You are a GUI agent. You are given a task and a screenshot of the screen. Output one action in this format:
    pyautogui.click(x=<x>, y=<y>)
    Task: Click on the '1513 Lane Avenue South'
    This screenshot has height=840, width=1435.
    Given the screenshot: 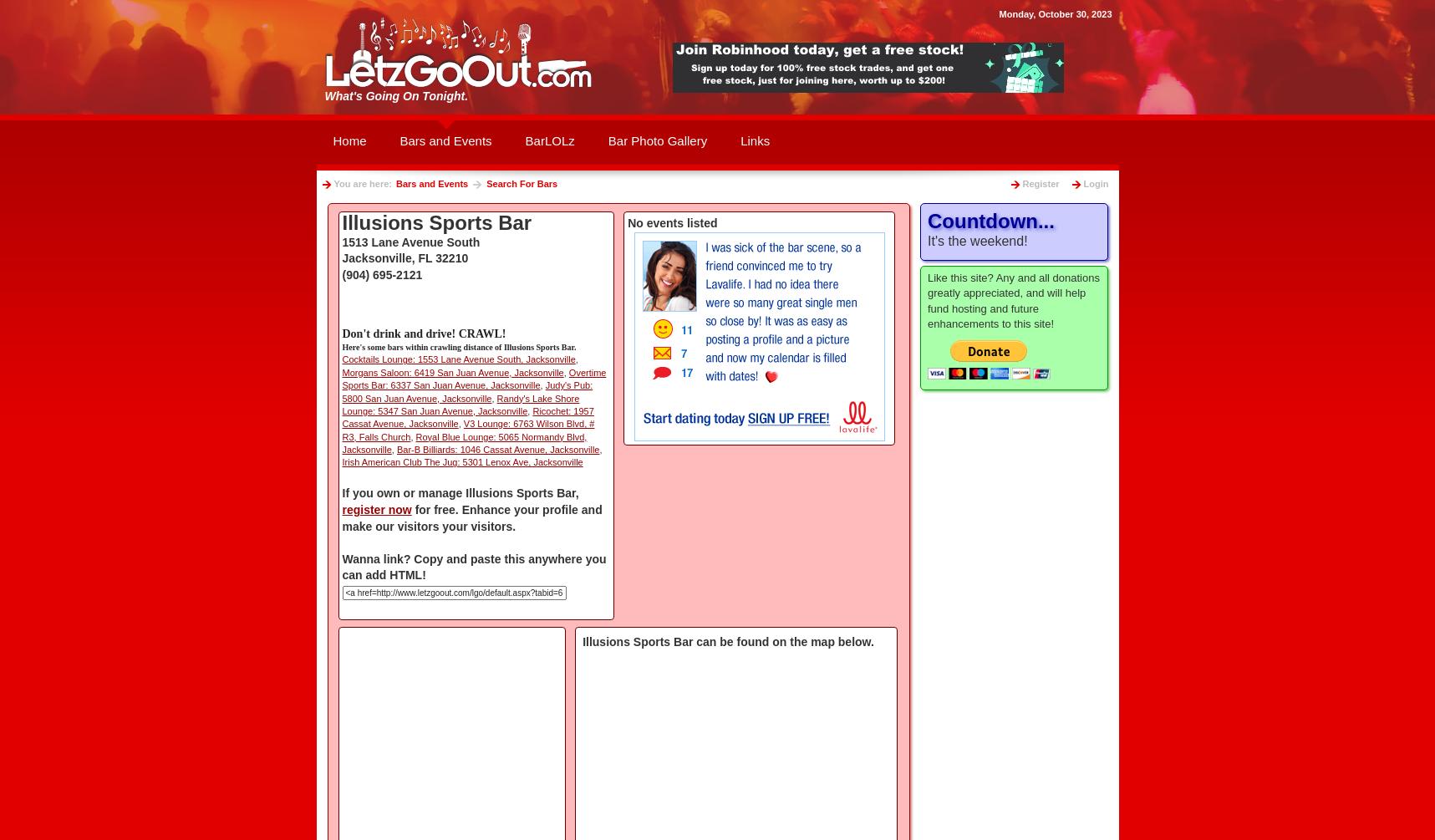 What is the action you would take?
    pyautogui.click(x=410, y=241)
    